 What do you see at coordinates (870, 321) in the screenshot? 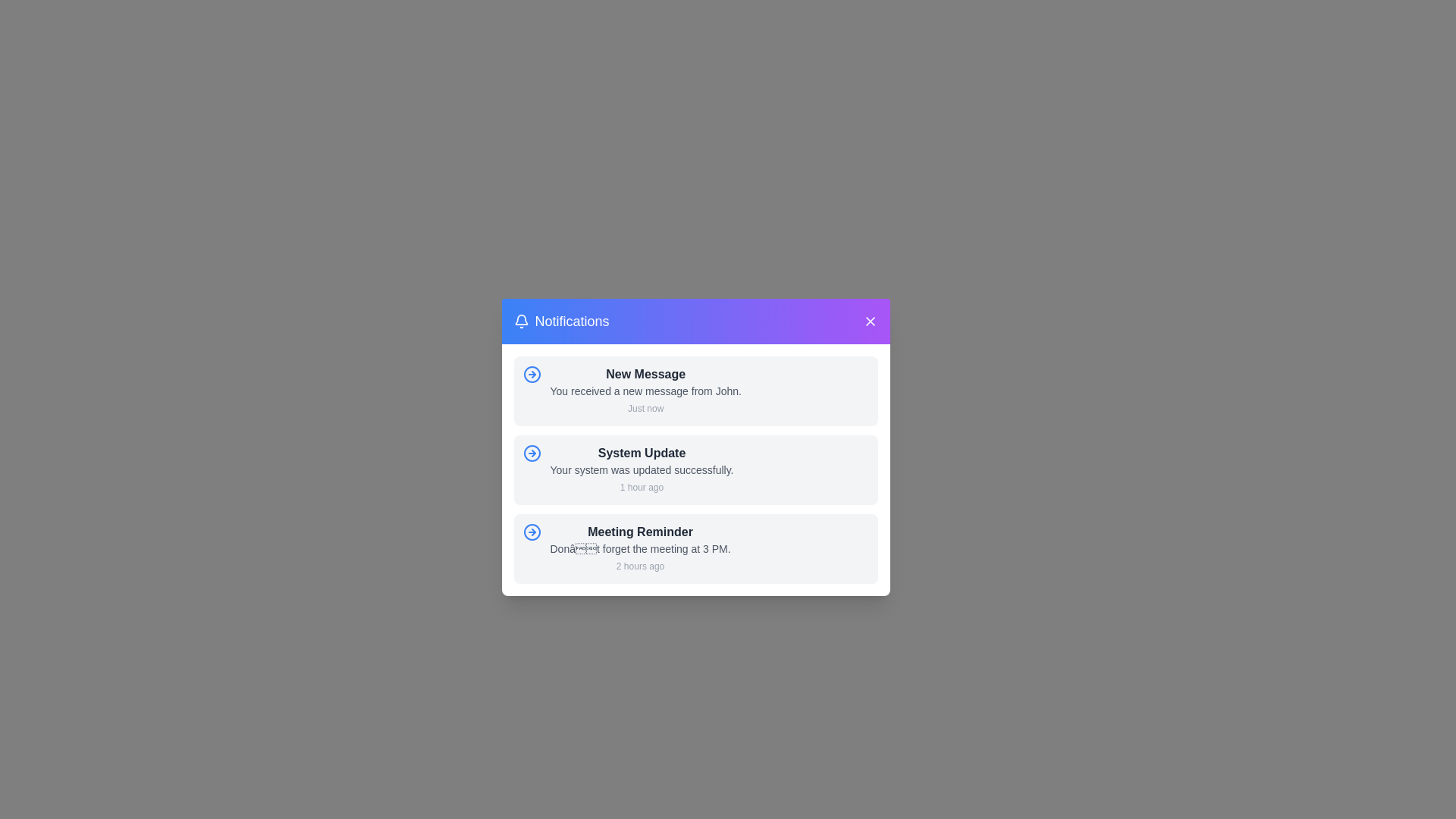
I see `the 'X' icon button located in the top-right corner of the notification popup` at bounding box center [870, 321].